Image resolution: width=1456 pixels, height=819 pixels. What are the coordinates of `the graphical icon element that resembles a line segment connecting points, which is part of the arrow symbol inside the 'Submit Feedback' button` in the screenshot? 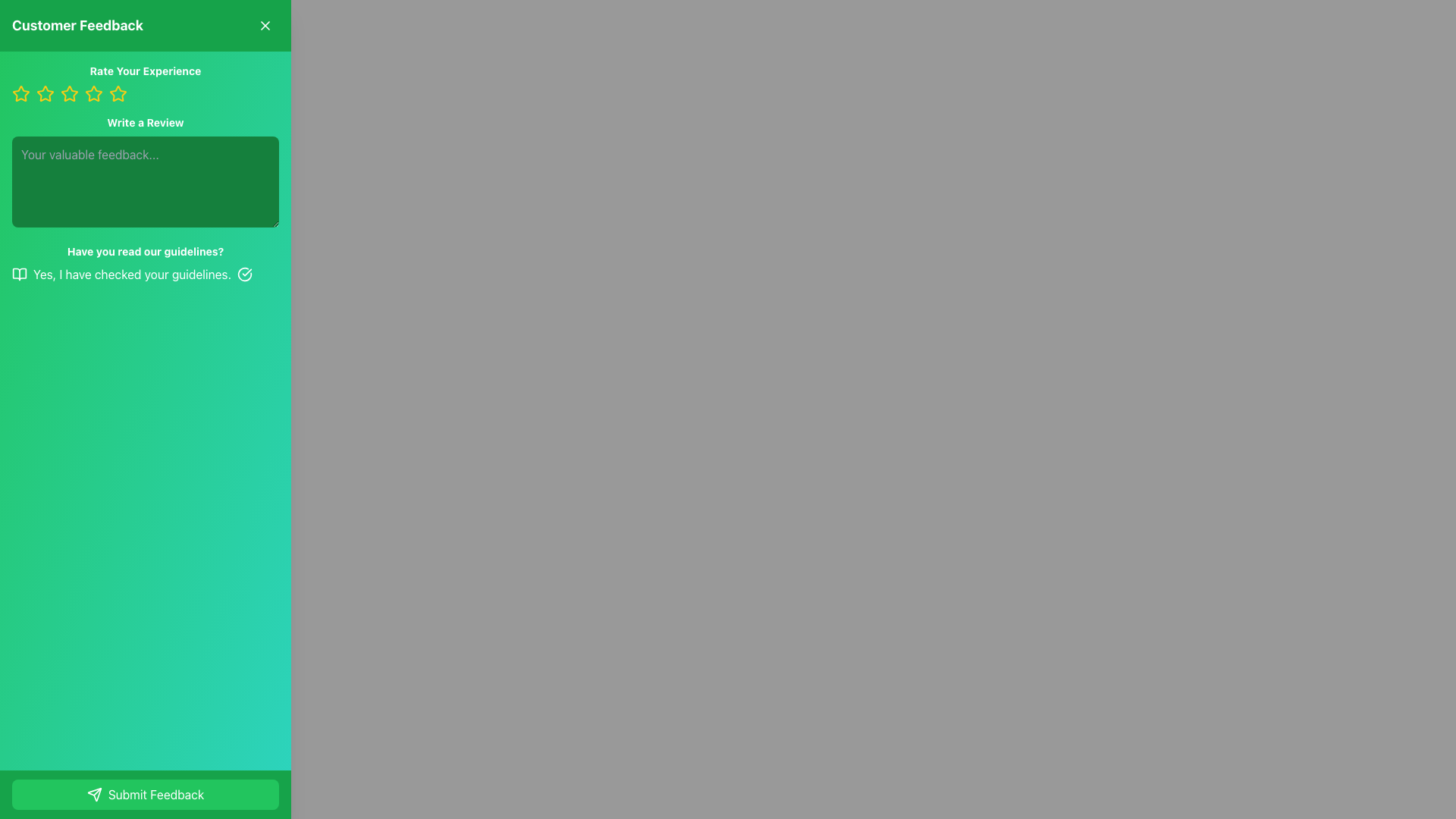 It's located at (96, 791).